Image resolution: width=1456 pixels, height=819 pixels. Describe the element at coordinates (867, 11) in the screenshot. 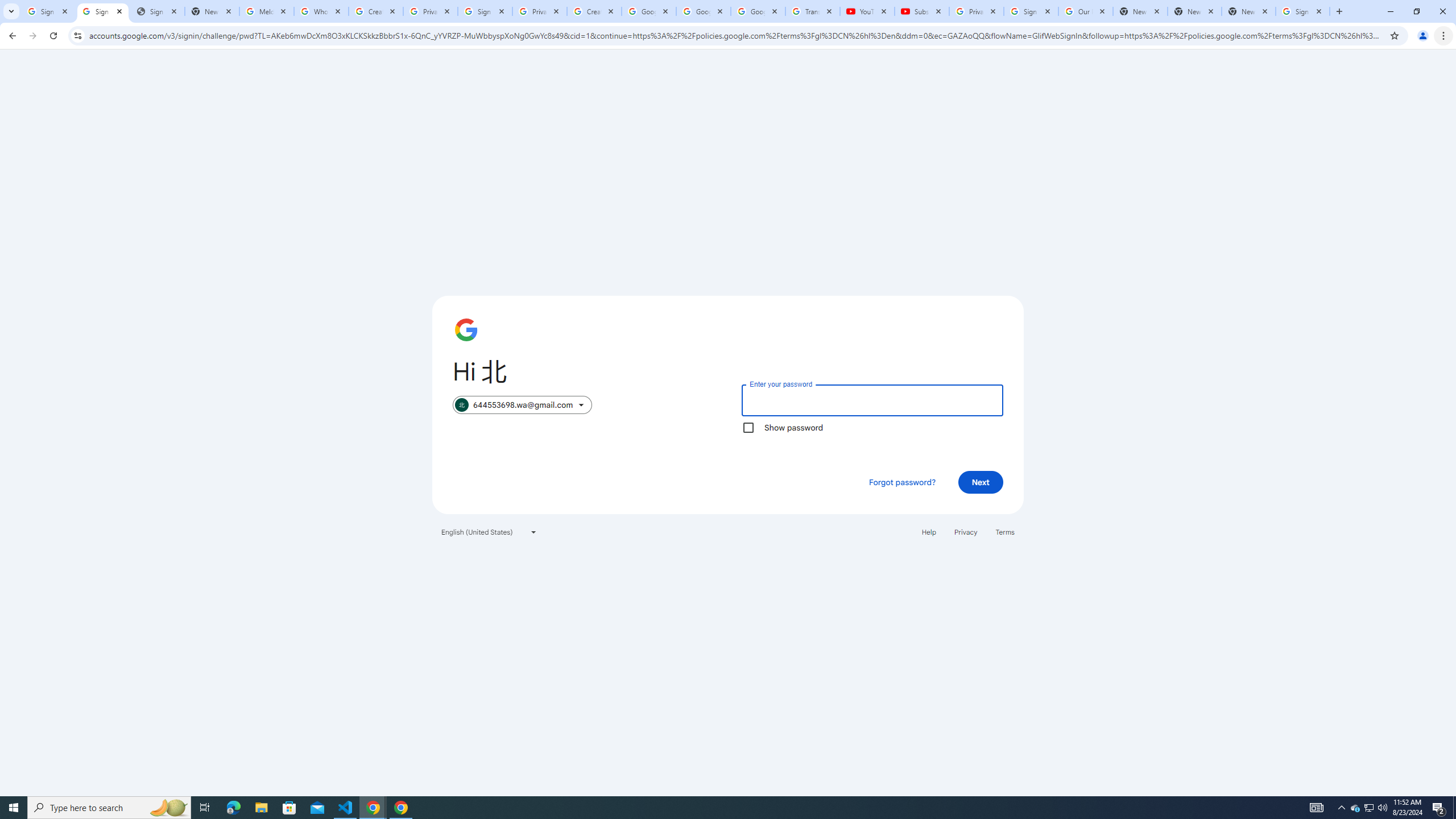

I see `'YouTube'` at that location.